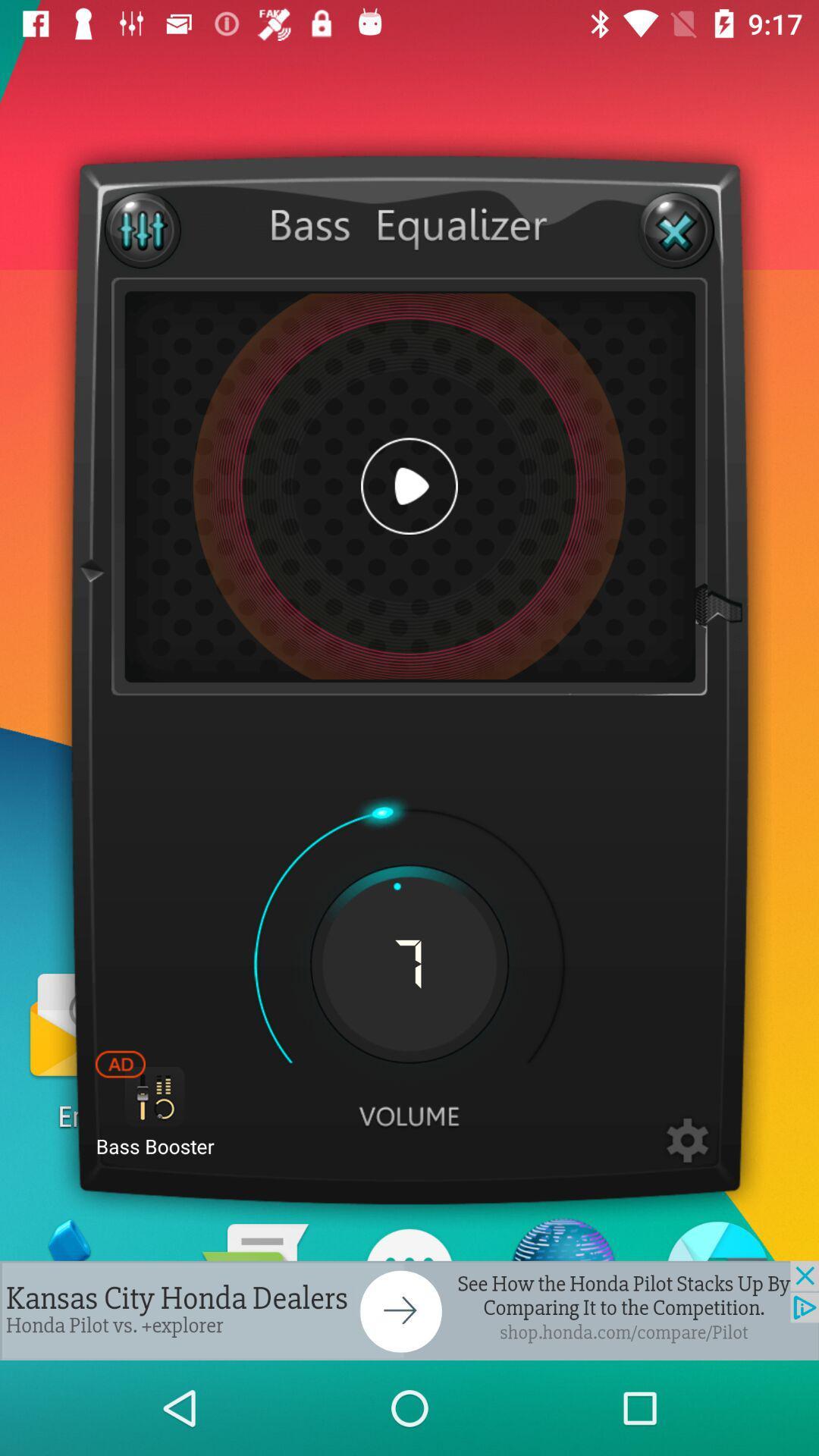 The width and height of the screenshot is (819, 1456). What do you see at coordinates (687, 1141) in the screenshot?
I see `setting option` at bounding box center [687, 1141].